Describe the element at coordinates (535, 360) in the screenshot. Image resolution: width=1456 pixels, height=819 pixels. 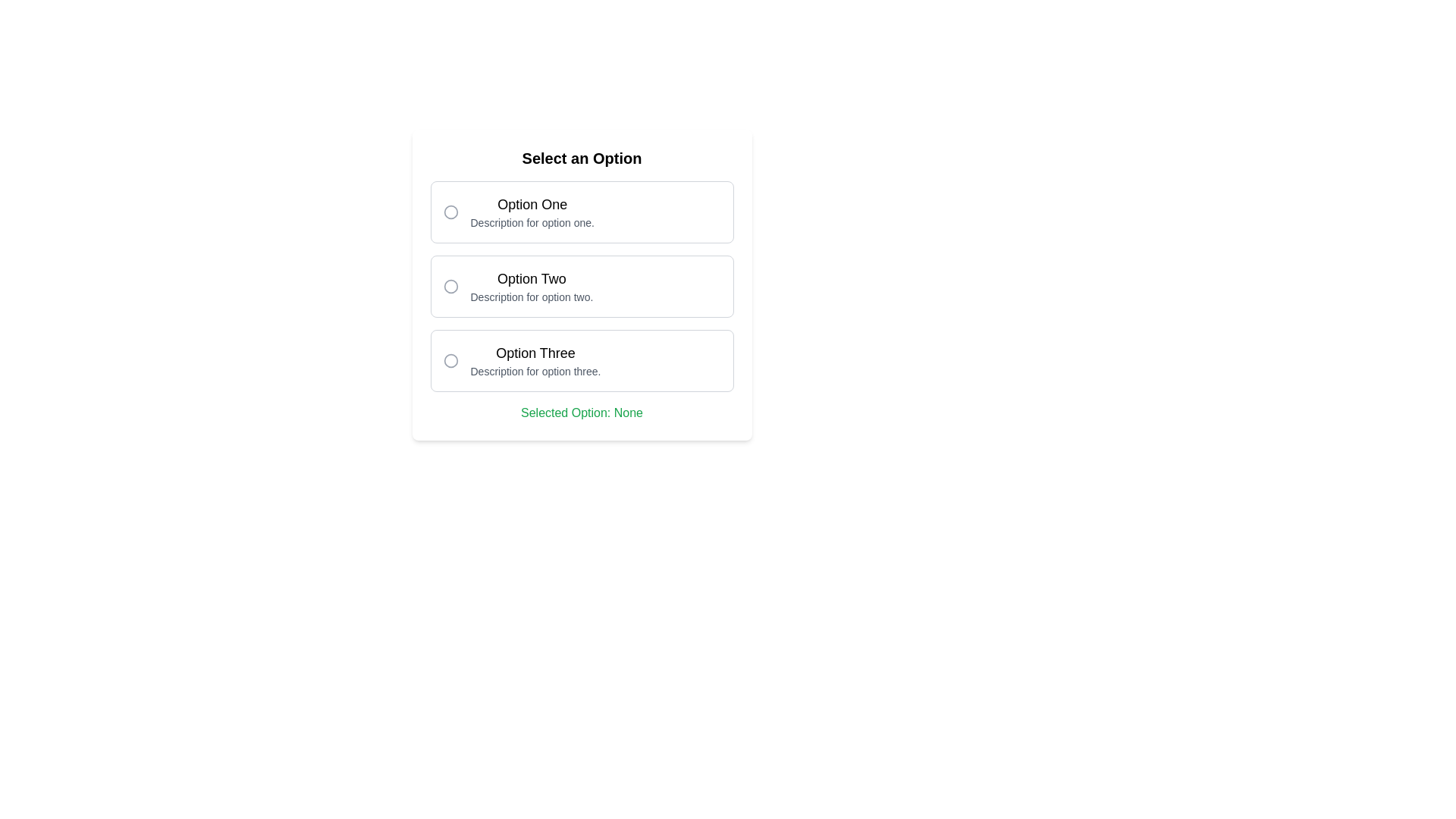
I see `the informational label that provides details about the third option available for selection, located between 'Option Two' and the footer` at that location.